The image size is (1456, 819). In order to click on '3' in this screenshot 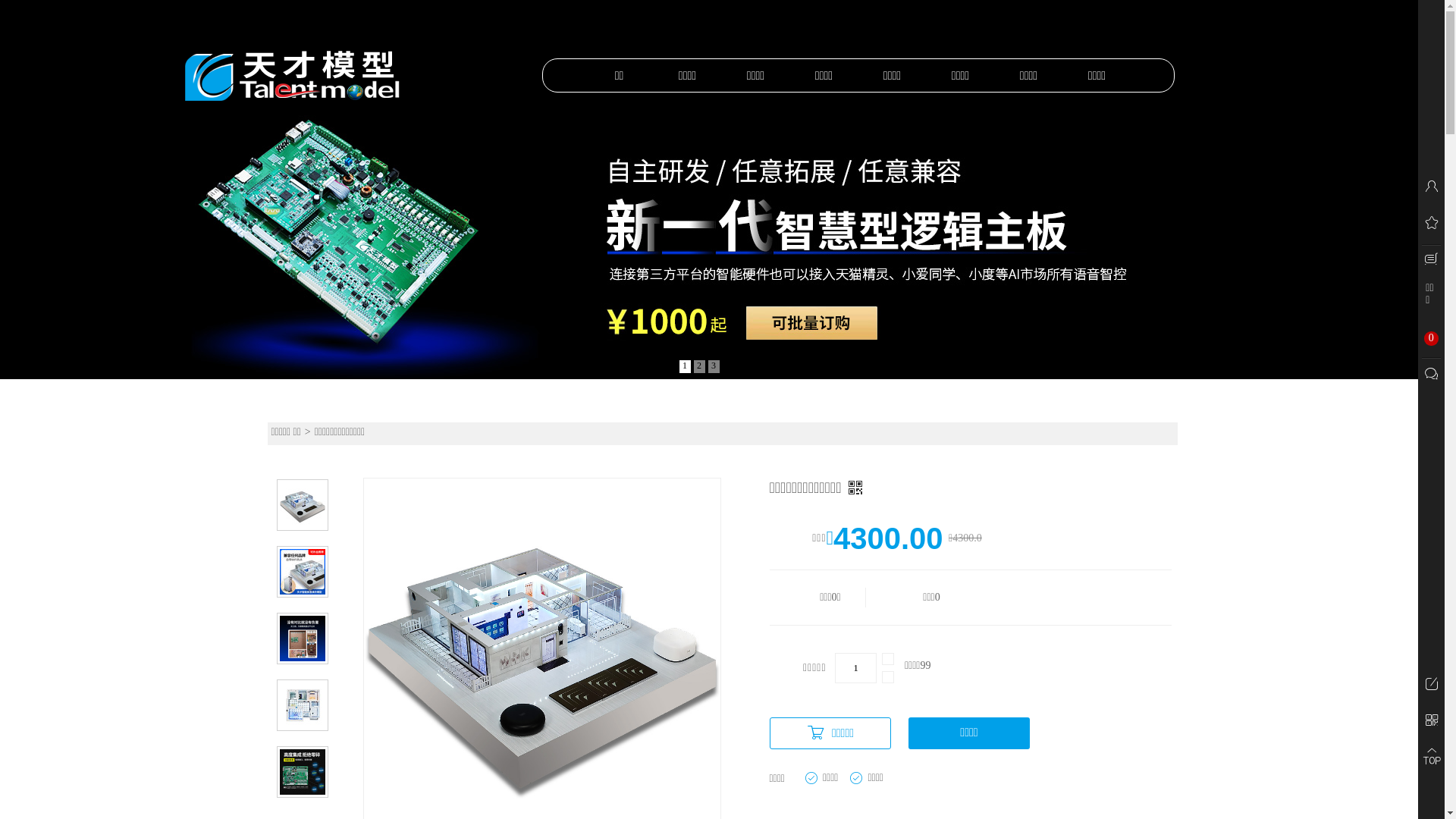, I will do `click(713, 366)`.